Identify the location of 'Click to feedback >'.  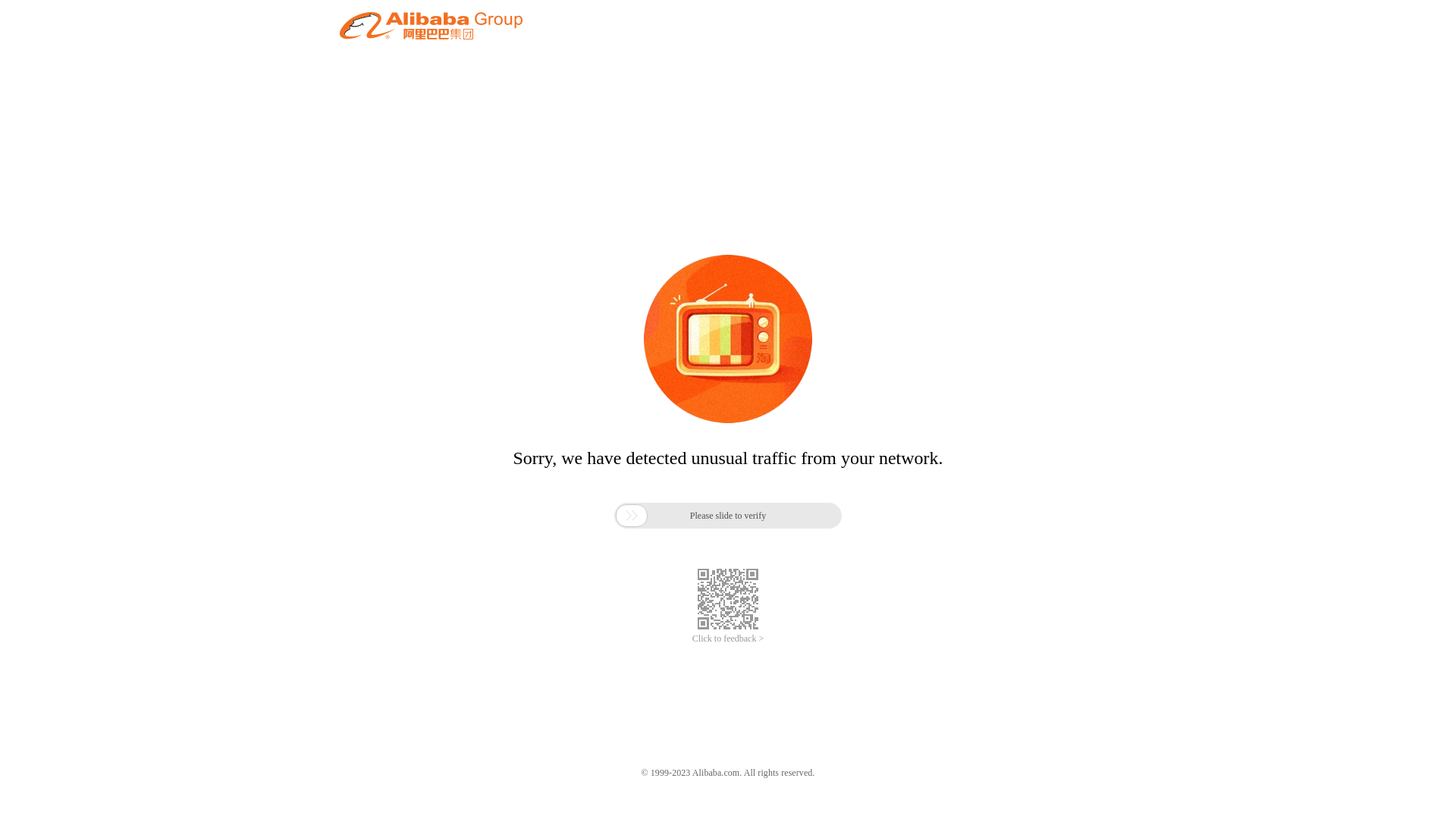
(728, 639).